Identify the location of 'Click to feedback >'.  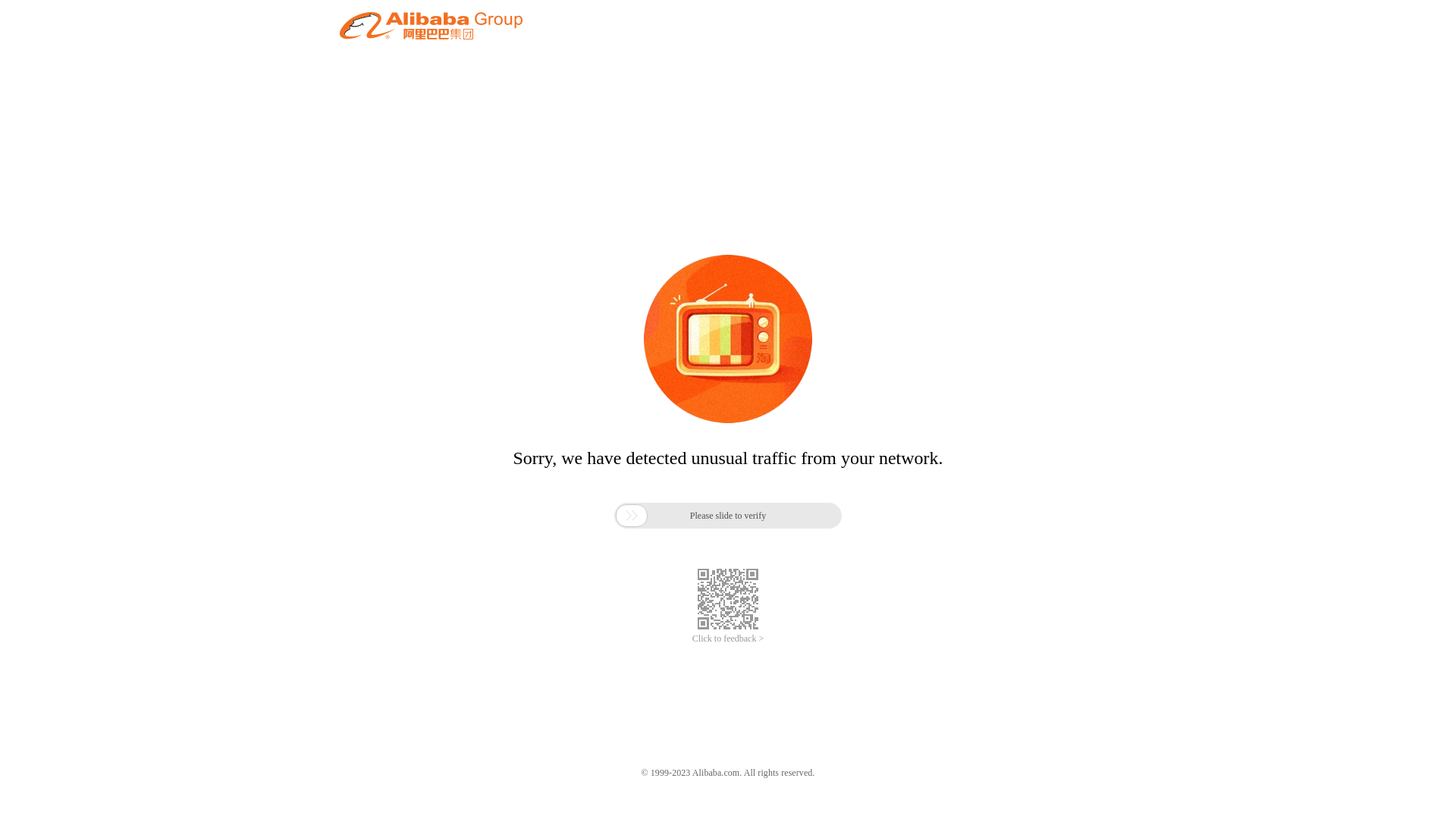
(728, 639).